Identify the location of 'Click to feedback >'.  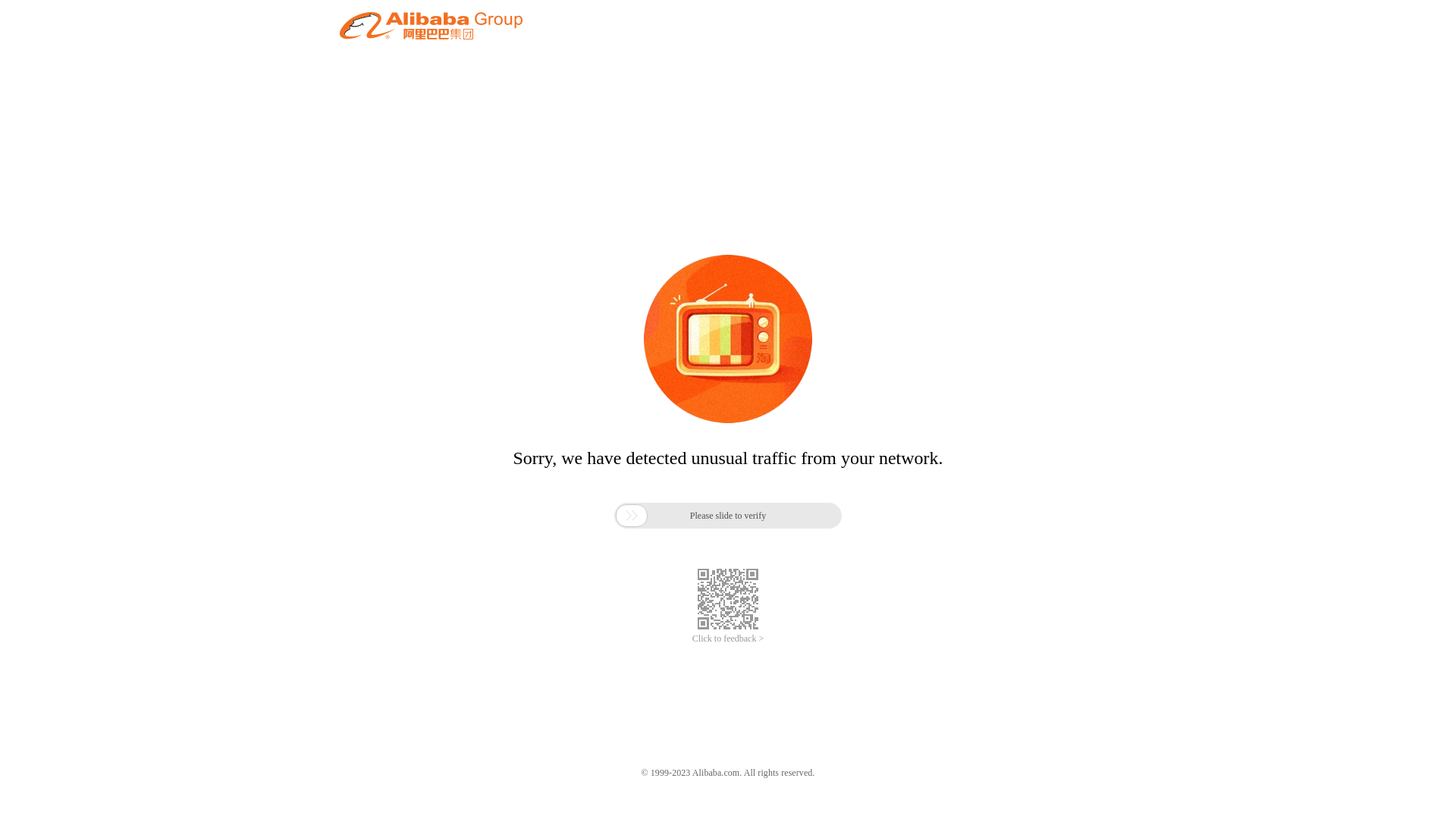
(728, 639).